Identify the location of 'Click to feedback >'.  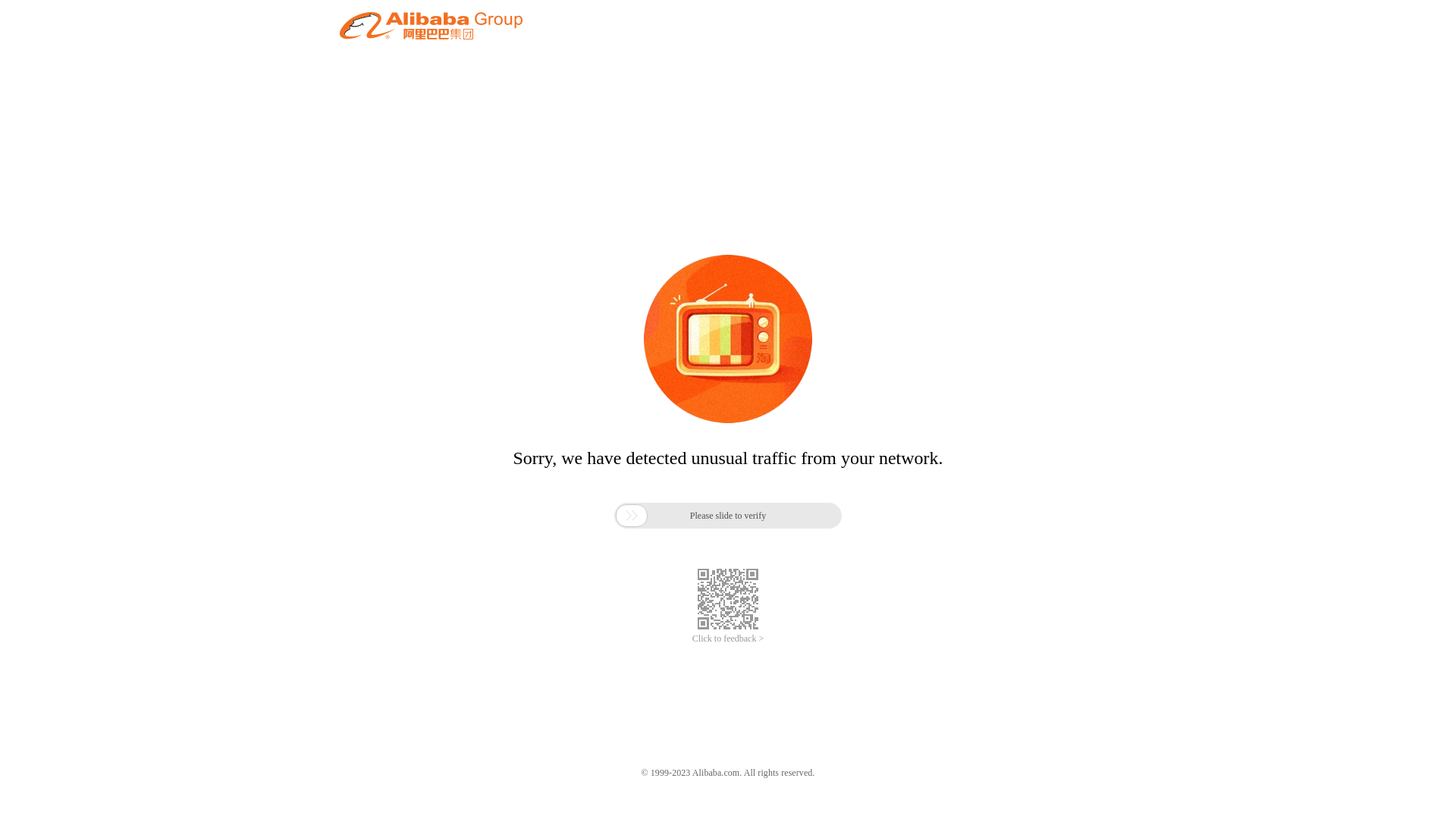
(728, 639).